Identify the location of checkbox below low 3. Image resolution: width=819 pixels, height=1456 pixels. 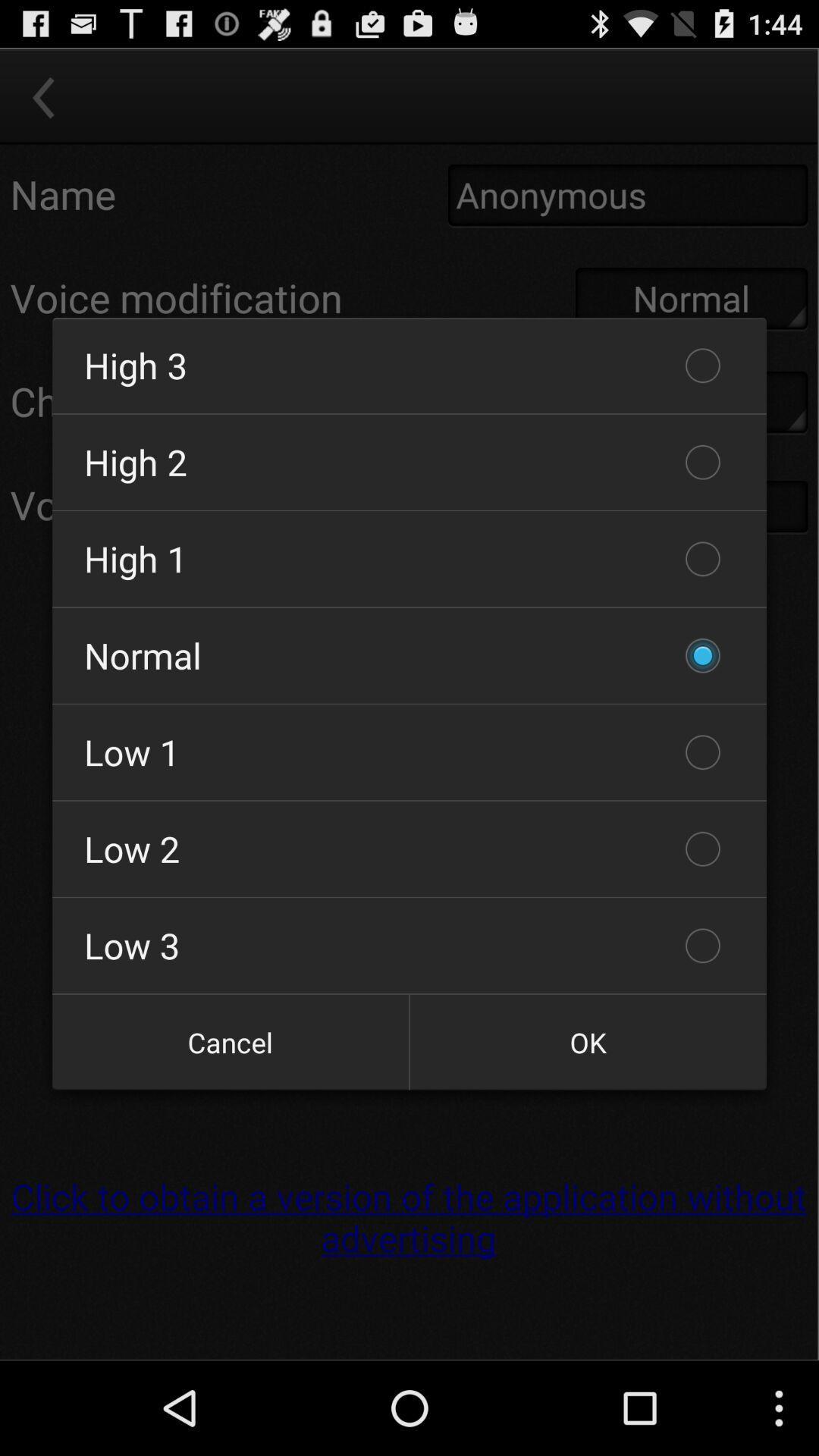
(231, 1041).